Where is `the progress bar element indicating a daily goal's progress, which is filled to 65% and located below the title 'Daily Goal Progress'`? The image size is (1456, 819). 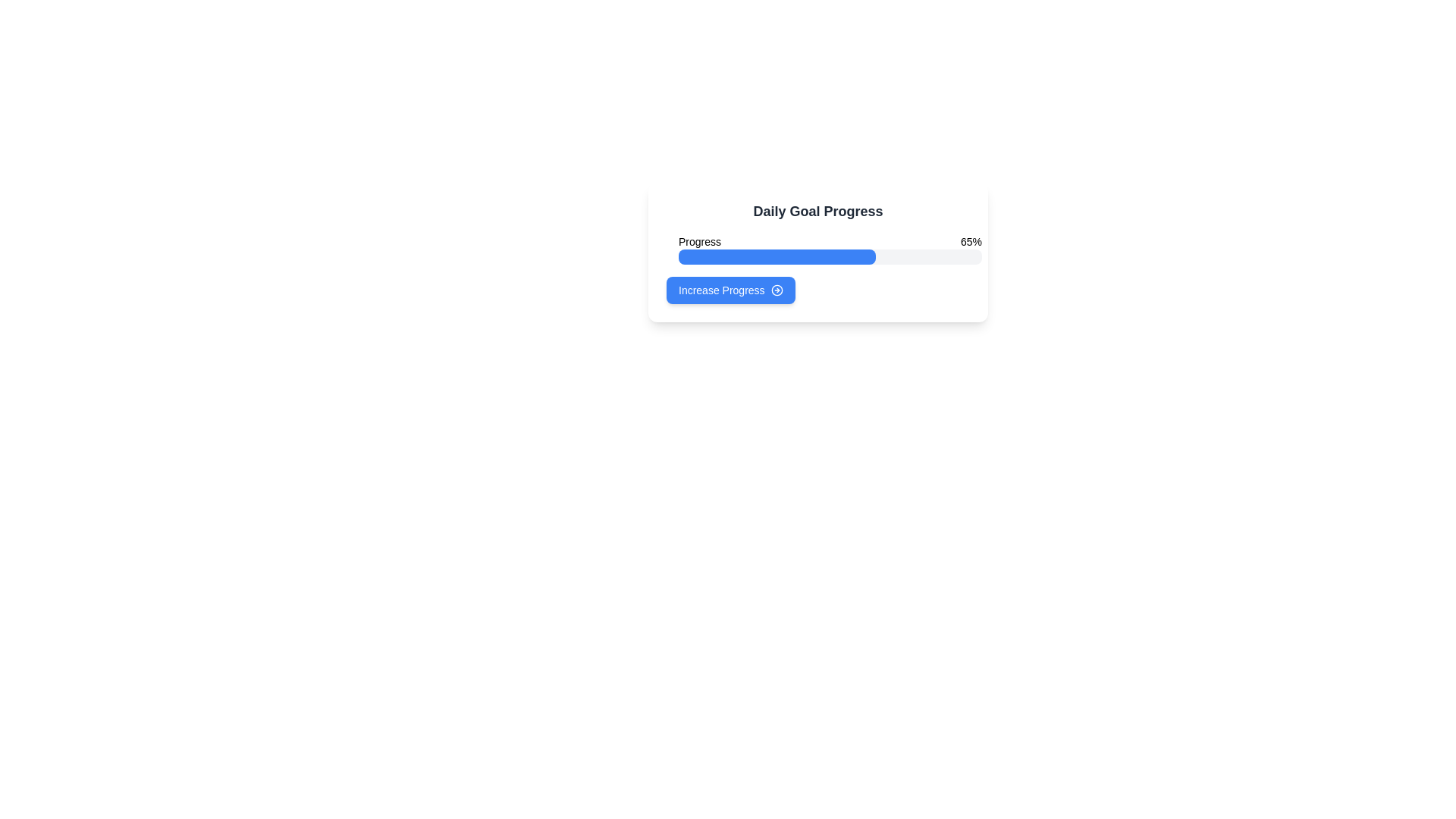
the progress bar element indicating a daily goal's progress, which is filled to 65% and located below the title 'Daily Goal Progress' is located at coordinates (817, 251).